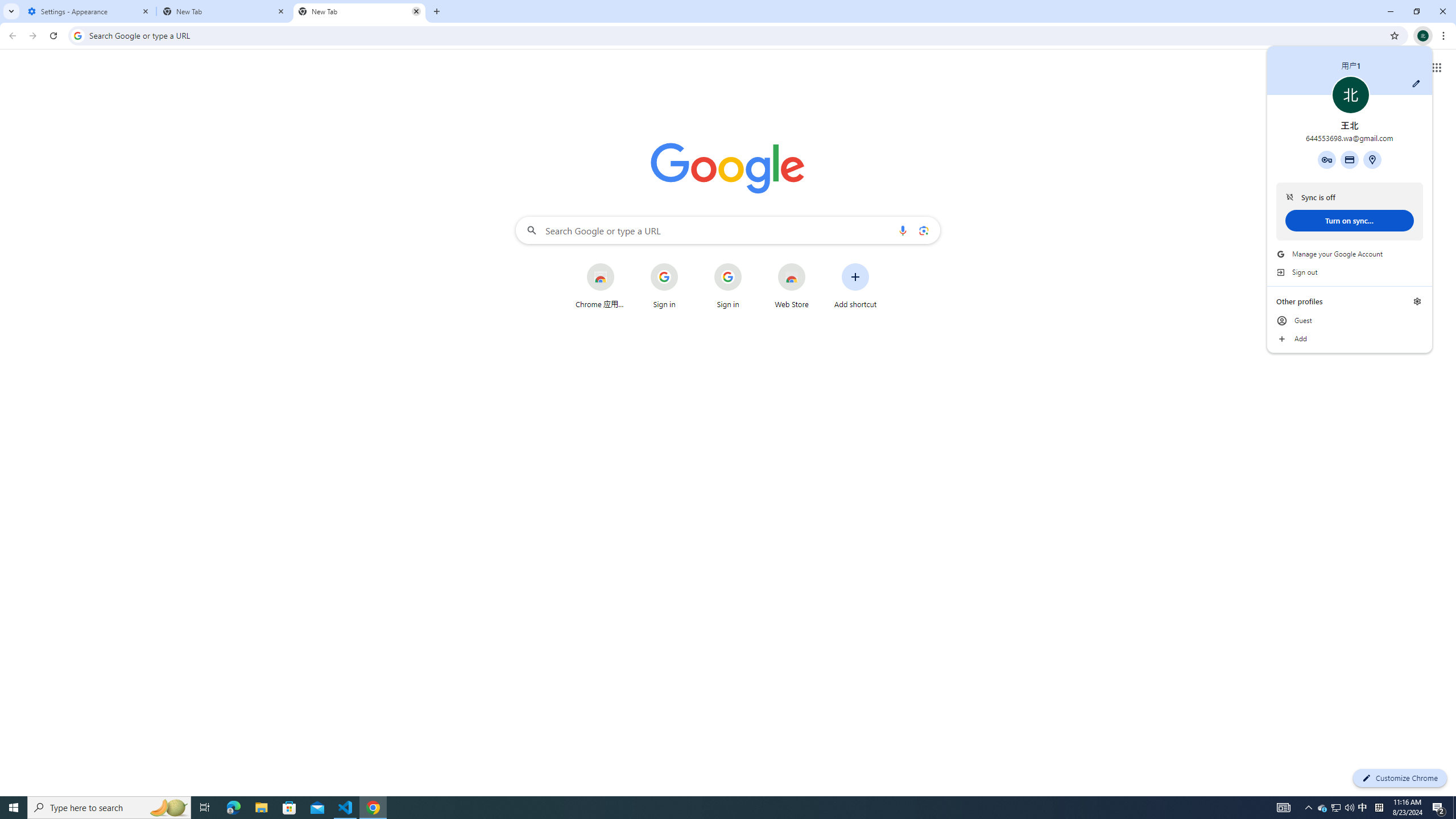  What do you see at coordinates (1415, 82) in the screenshot?
I see `'Customize profile'` at bounding box center [1415, 82].